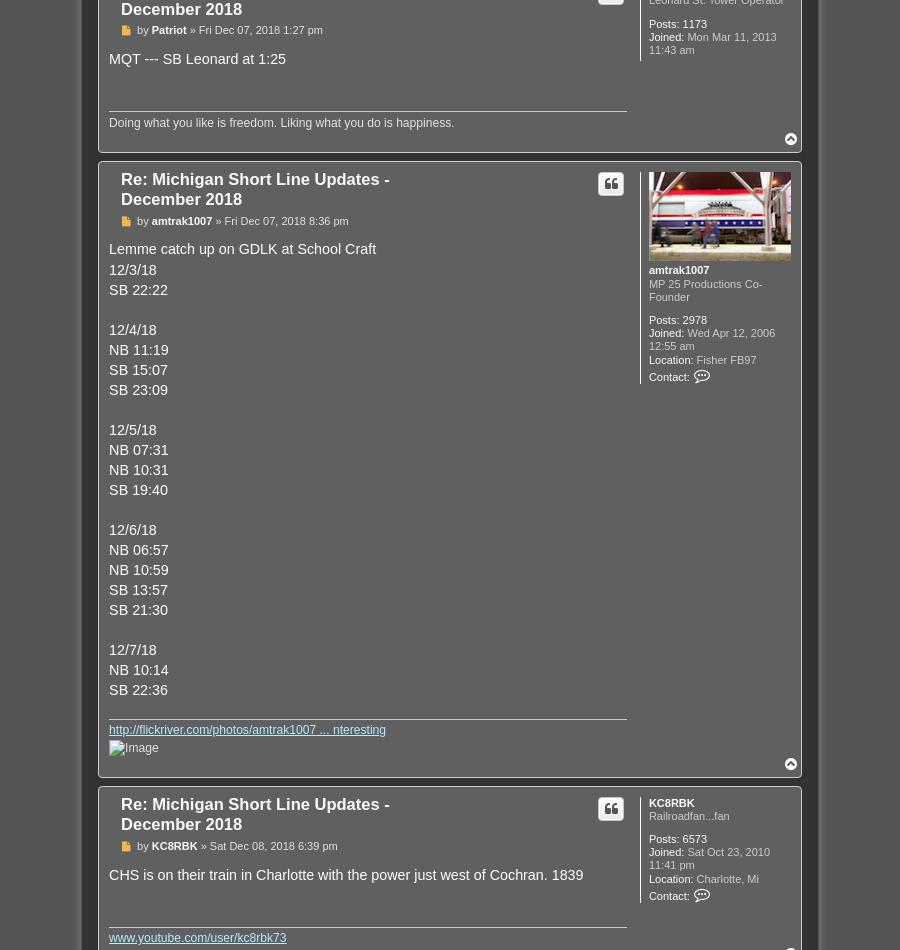  I want to click on 'Fri Dec 07, 2018 1:27 pm', so click(259, 30).